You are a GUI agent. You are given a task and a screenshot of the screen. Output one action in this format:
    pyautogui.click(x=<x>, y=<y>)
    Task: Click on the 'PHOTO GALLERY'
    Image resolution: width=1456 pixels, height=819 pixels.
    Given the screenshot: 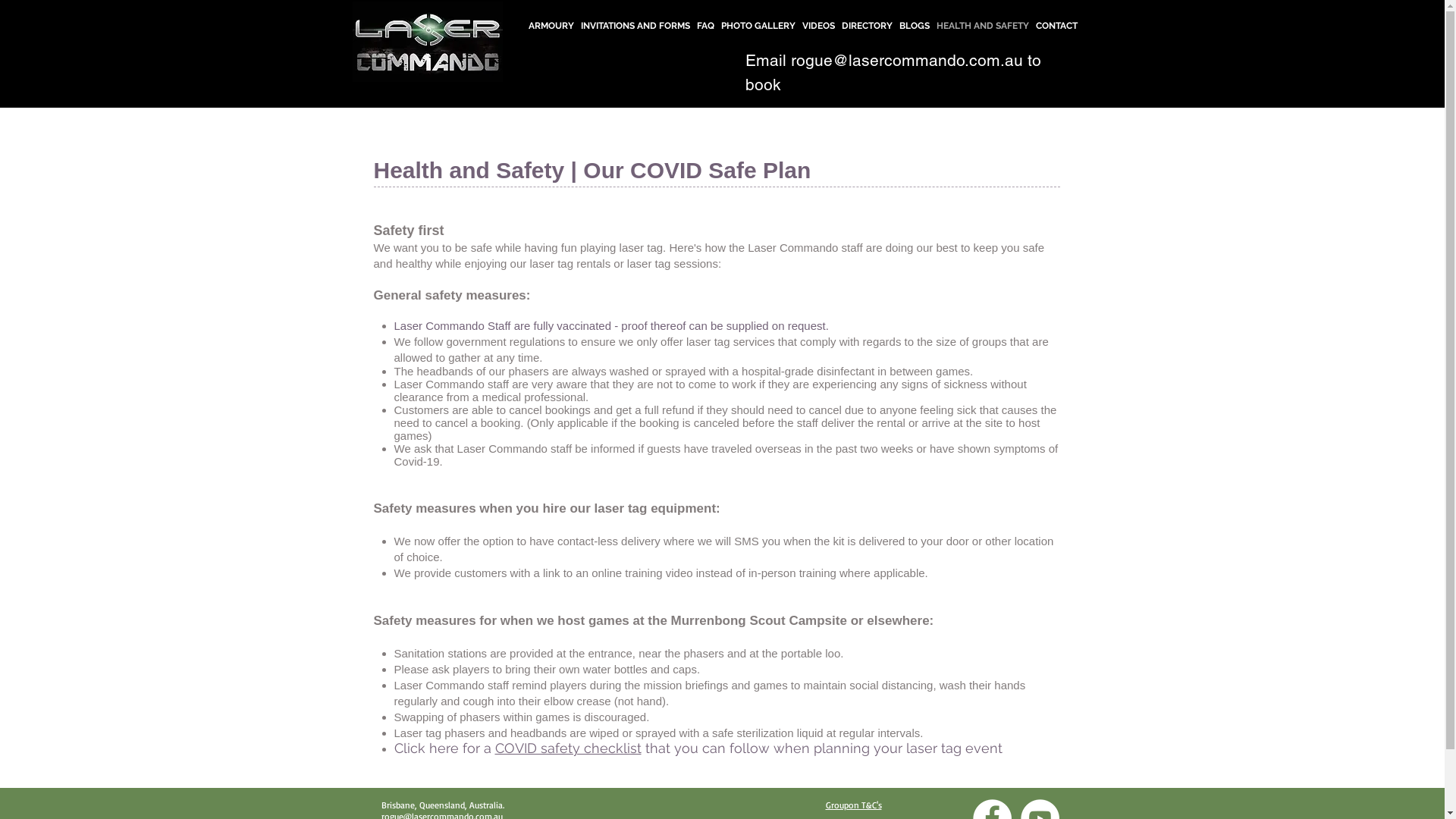 What is the action you would take?
    pyautogui.click(x=758, y=26)
    